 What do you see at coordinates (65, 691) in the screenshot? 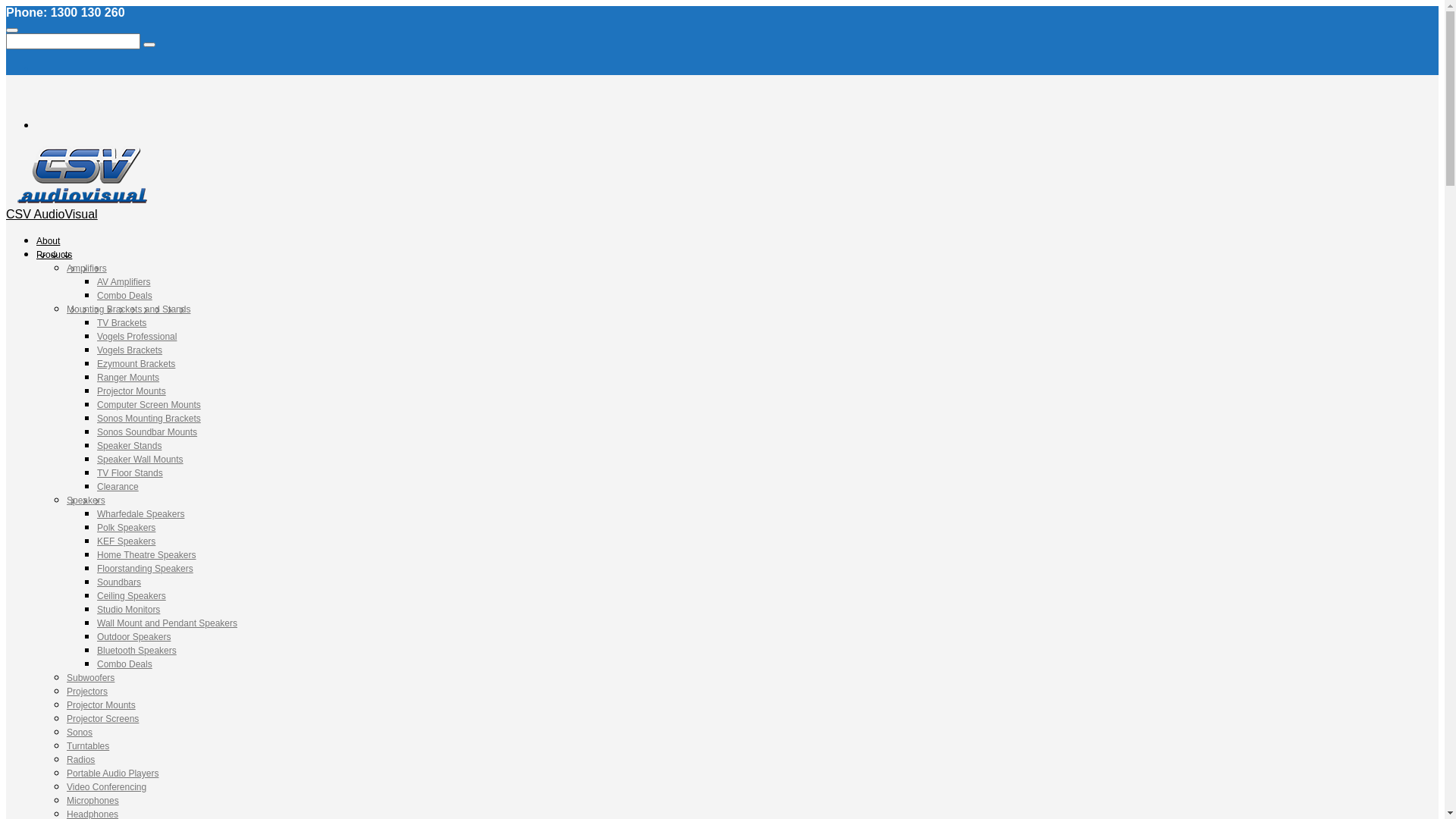
I see `'Projectors'` at bounding box center [65, 691].